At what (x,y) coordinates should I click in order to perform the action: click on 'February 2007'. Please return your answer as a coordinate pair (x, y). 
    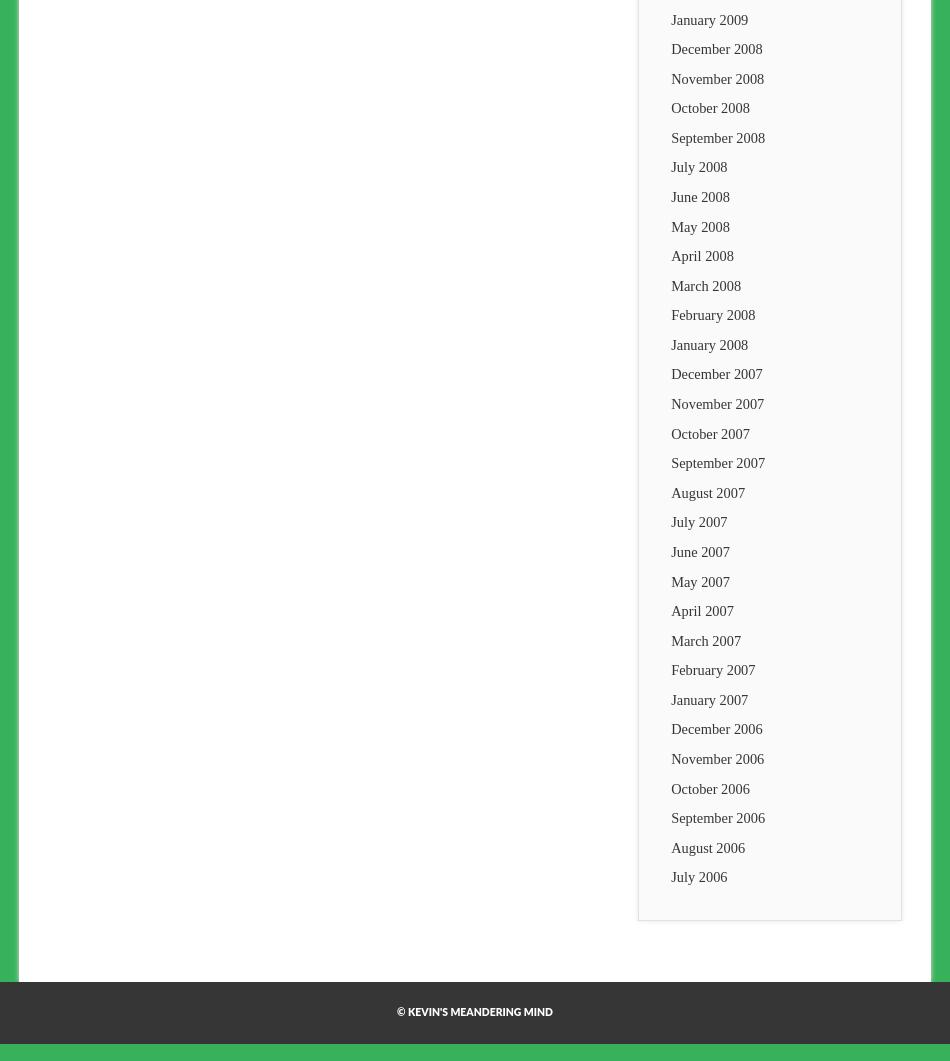
    Looking at the image, I should click on (712, 669).